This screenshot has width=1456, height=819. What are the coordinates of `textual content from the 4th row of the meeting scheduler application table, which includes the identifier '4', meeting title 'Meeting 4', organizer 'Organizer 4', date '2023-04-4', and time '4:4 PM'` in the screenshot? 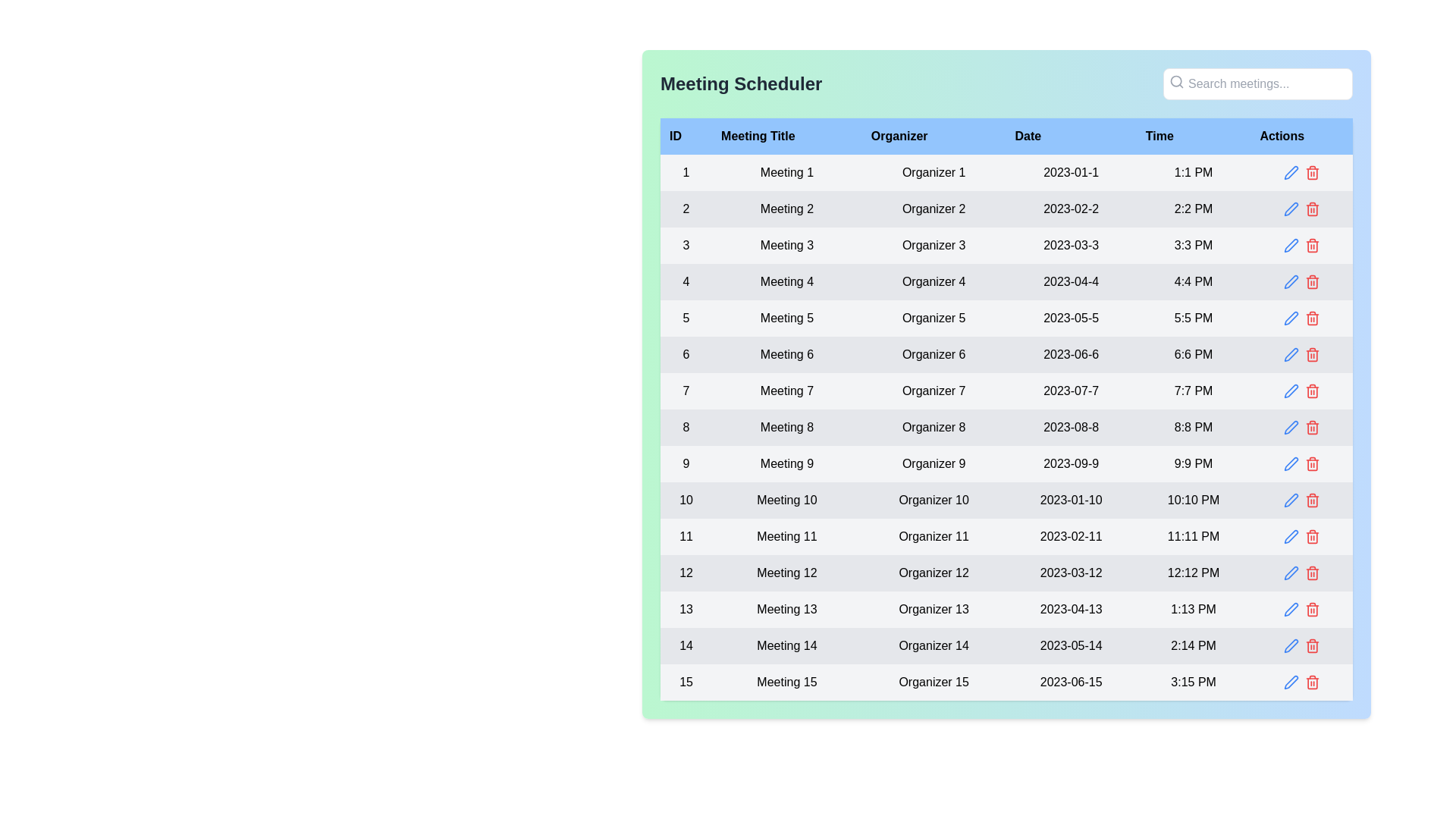 It's located at (1006, 281).